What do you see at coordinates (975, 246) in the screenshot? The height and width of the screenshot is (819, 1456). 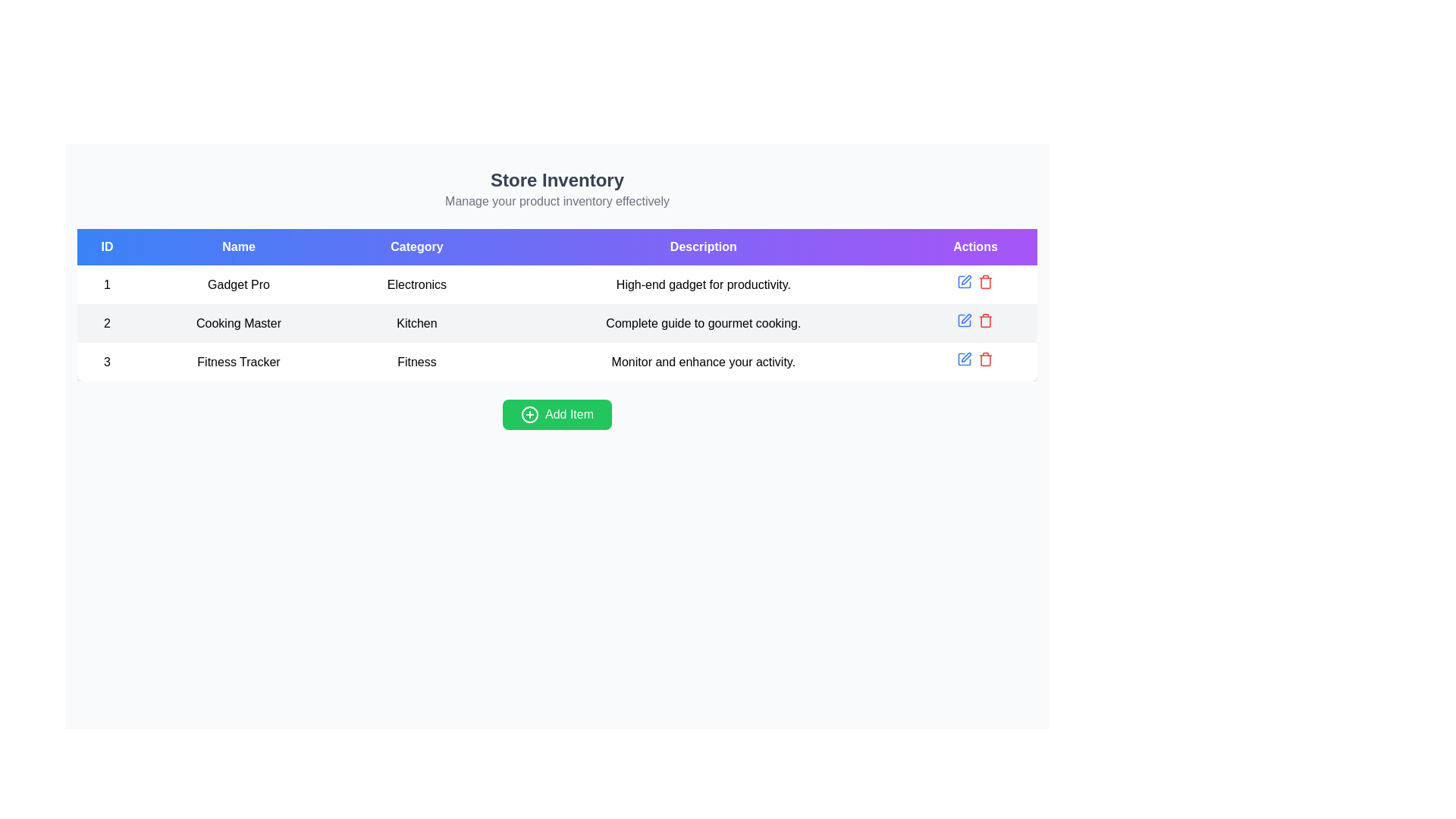 I see `the 'Actions' header text, which is the fifth header in a row, displayed in white font on a purple background` at bounding box center [975, 246].